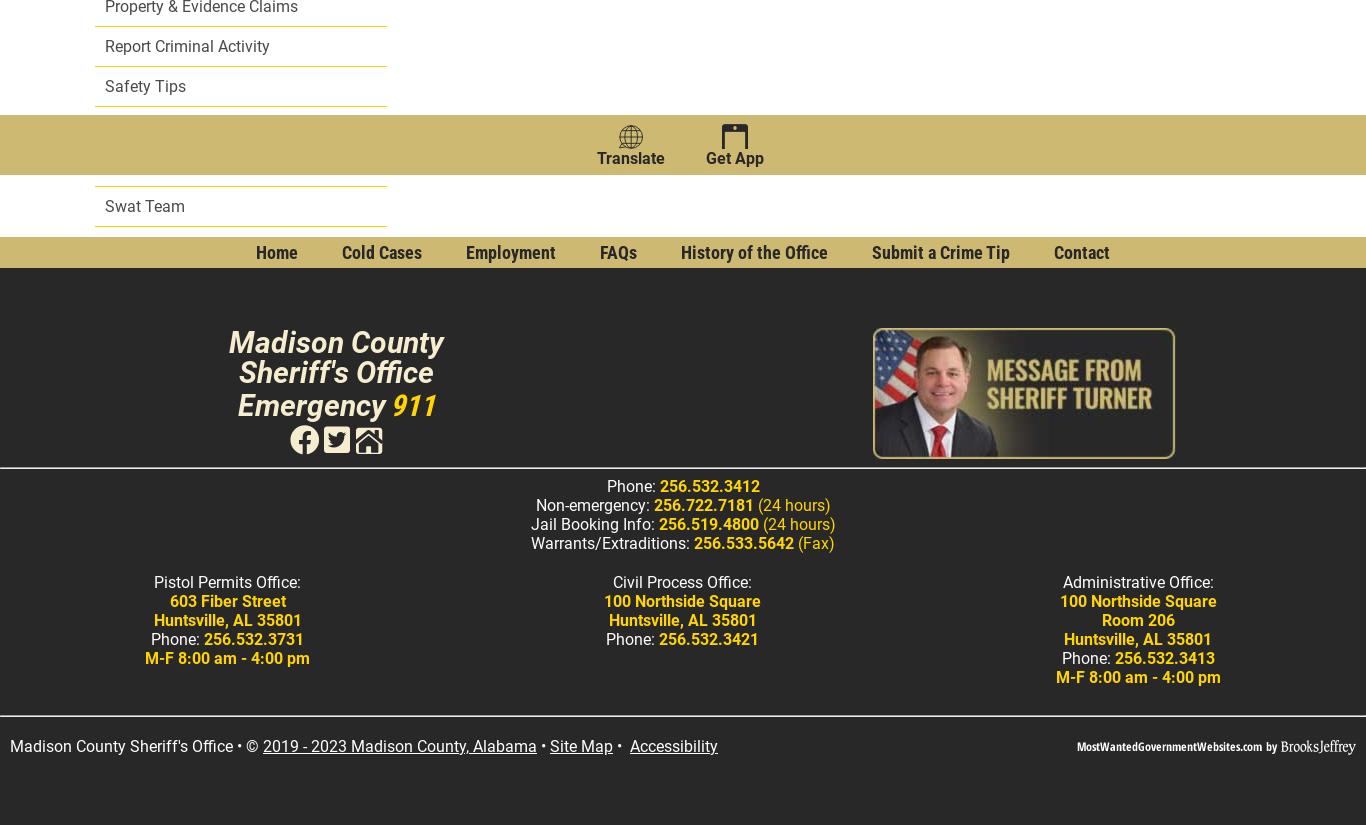  What do you see at coordinates (708, 486) in the screenshot?
I see `'256.532.3412'` at bounding box center [708, 486].